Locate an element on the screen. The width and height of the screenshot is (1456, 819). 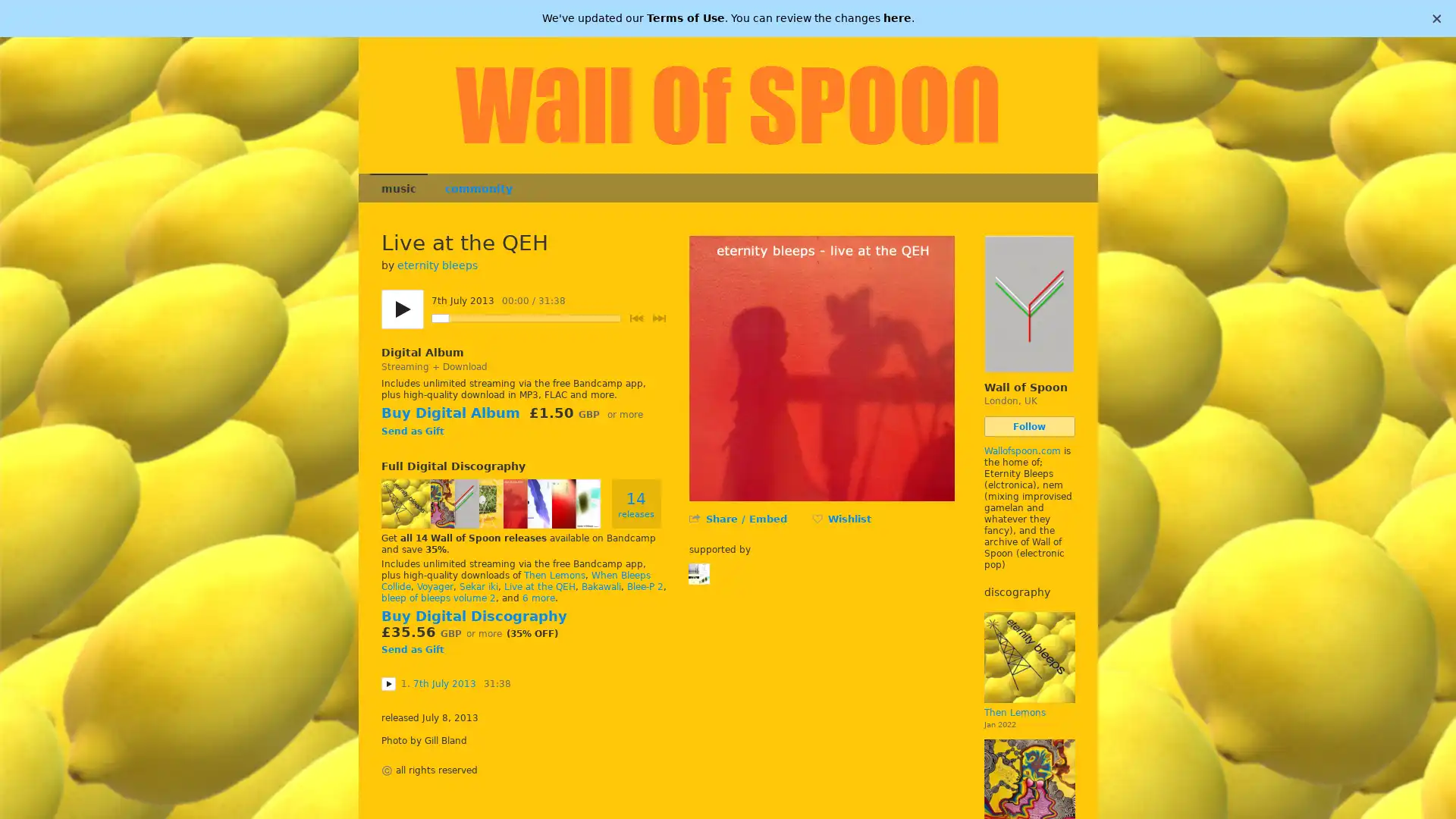
Play 7th July 2013 is located at coordinates (388, 683).